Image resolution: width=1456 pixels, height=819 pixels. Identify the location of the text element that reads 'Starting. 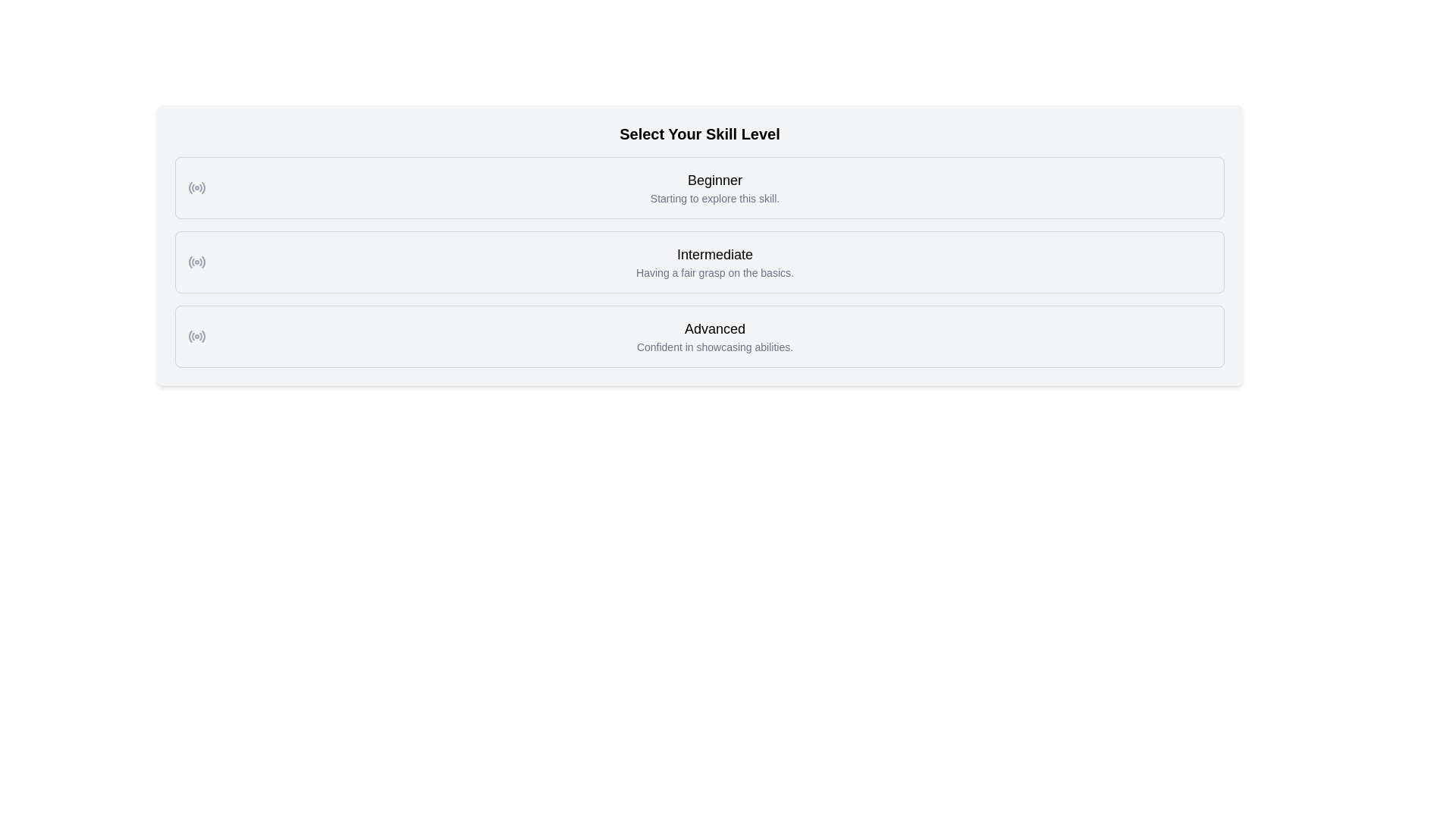
(714, 198).